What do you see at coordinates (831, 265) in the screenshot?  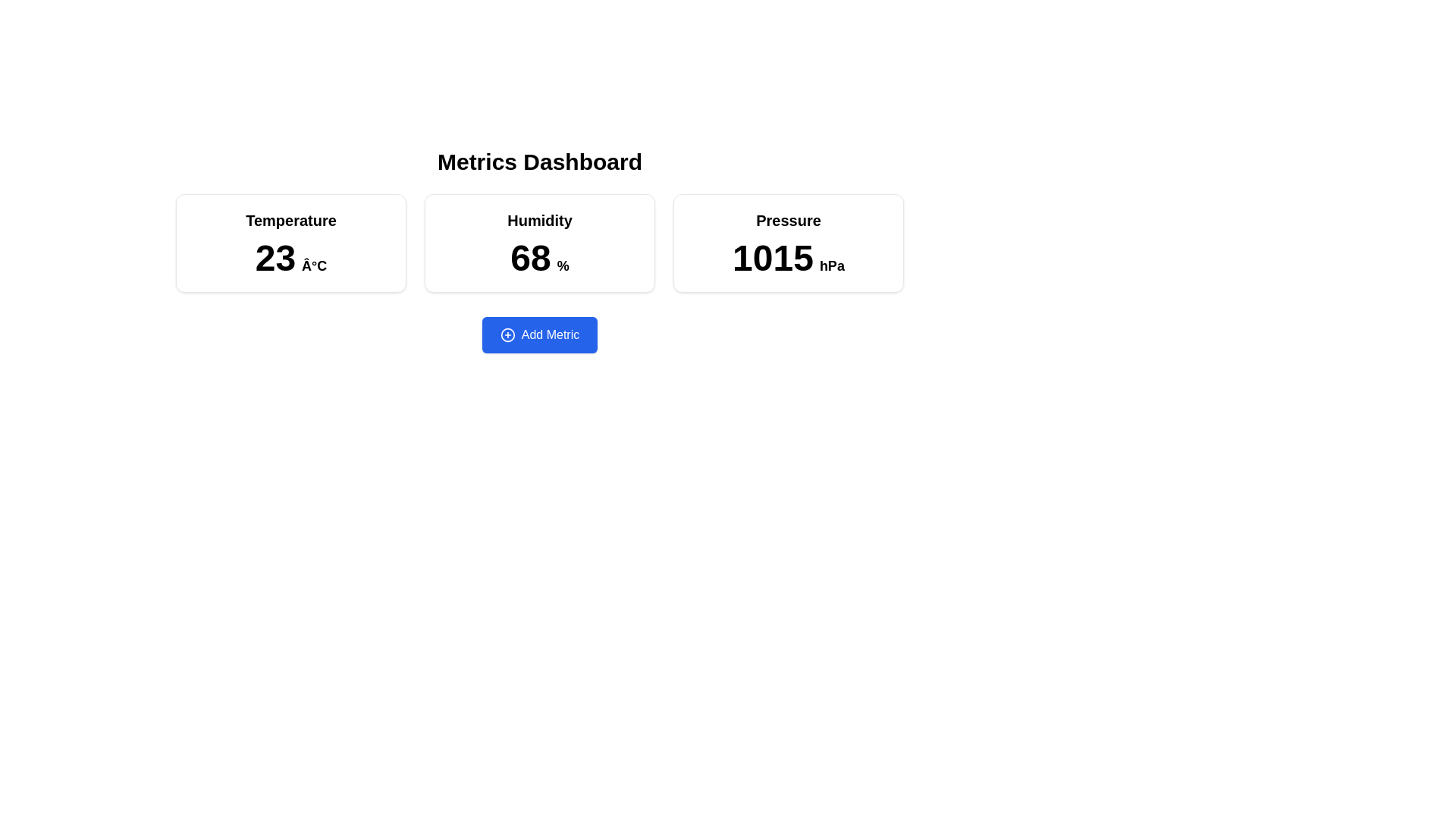 I see `the 'hPa' text label that indicates the unit of pressure, positioned next to the numeric value '1015' in the 'Pressure' panel on the dashboard` at bounding box center [831, 265].